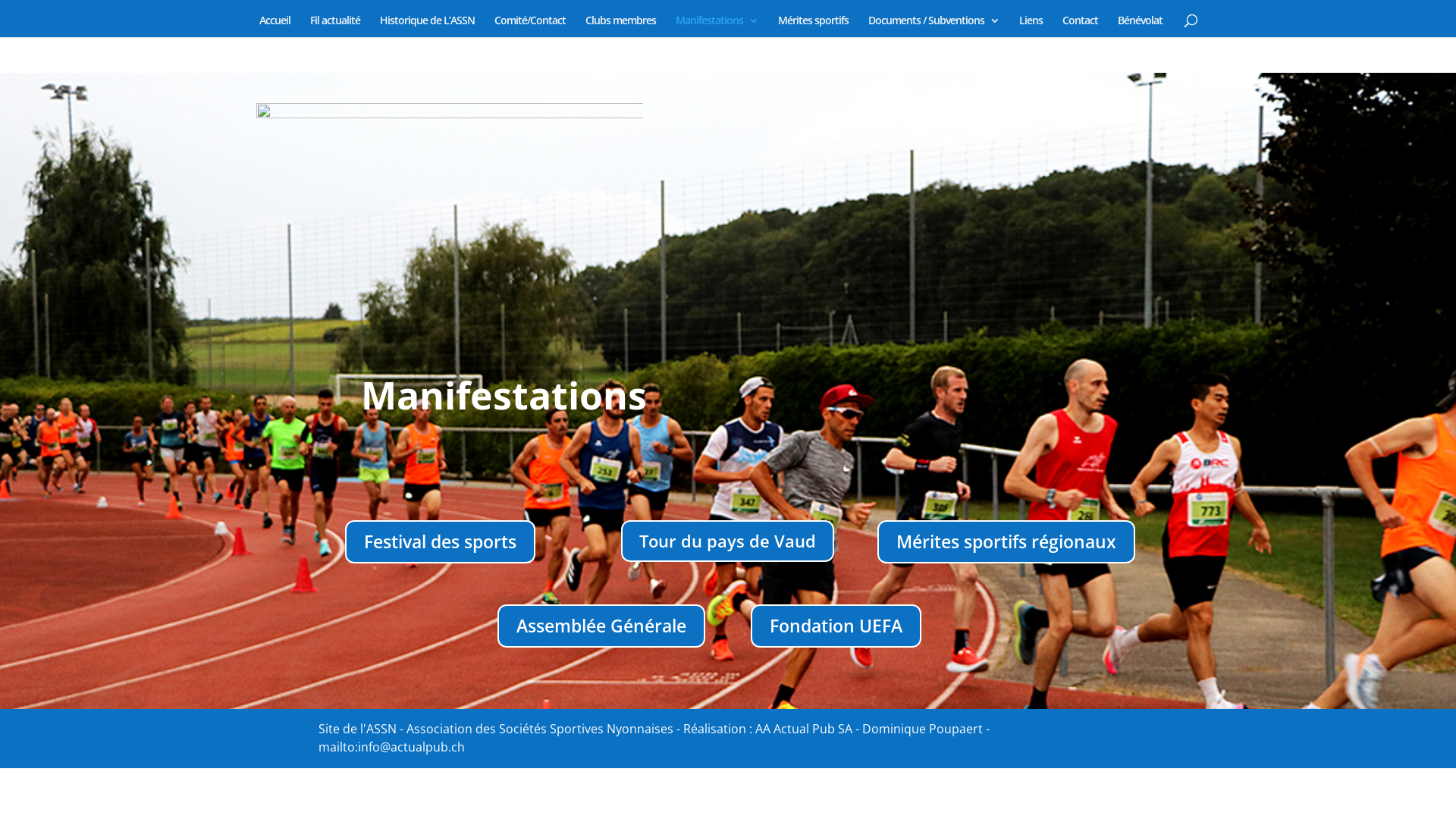  What do you see at coordinates (835, 626) in the screenshot?
I see `'Fondation UEFA'` at bounding box center [835, 626].